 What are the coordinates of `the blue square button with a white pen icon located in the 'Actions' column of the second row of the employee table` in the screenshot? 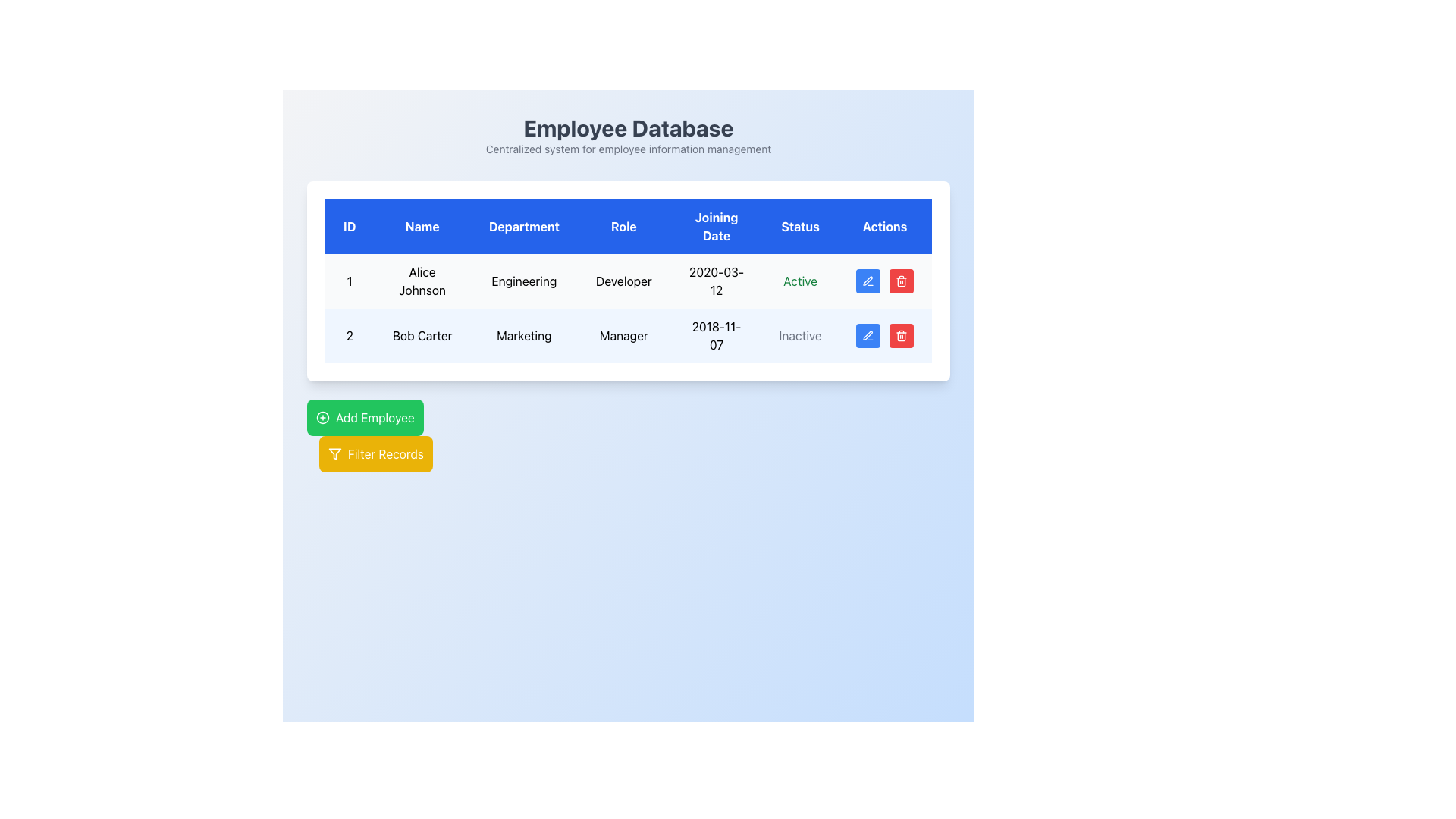 It's located at (868, 335).